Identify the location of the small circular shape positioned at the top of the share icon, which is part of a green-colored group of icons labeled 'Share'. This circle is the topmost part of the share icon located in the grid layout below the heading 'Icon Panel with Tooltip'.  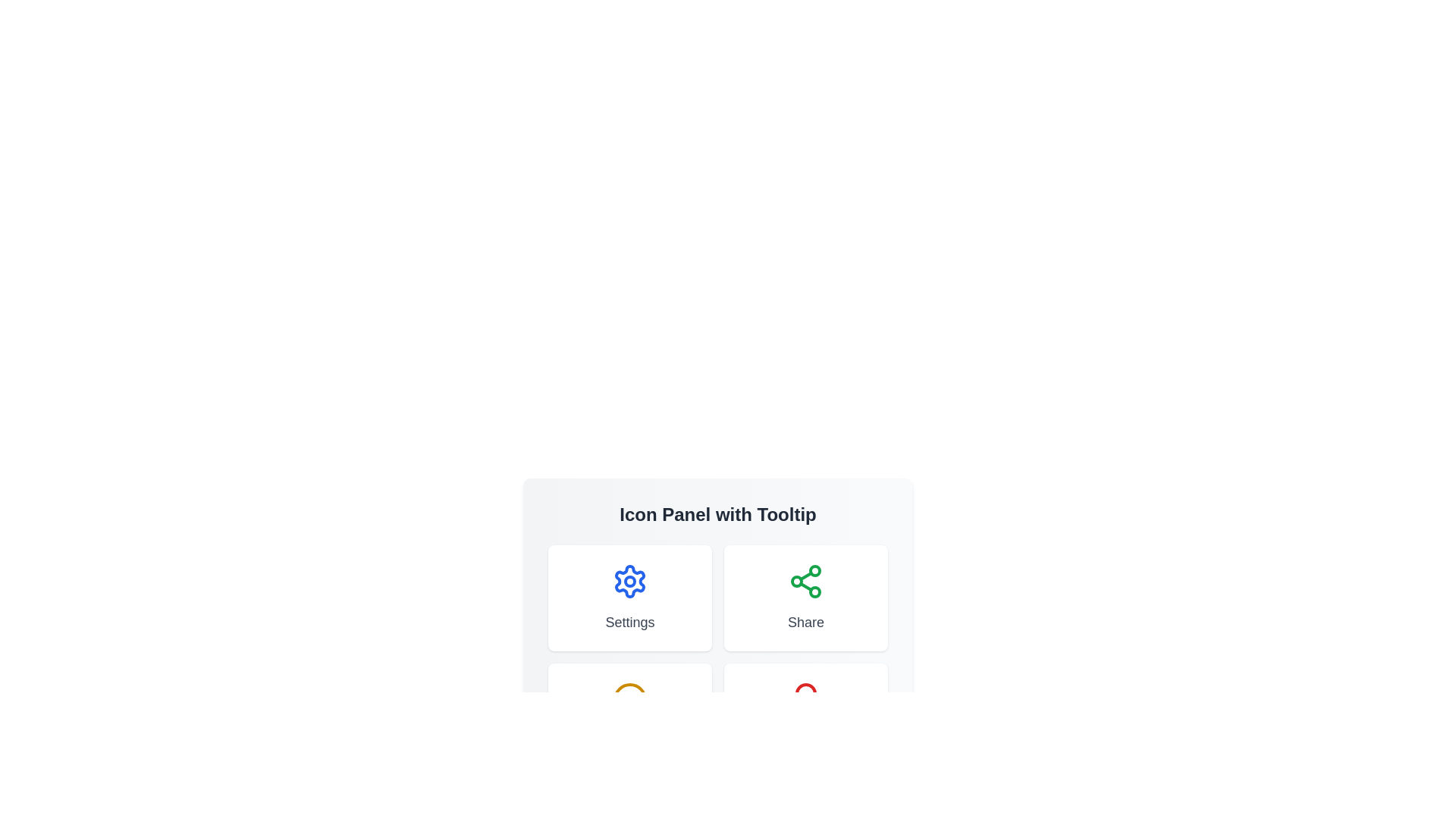
(814, 570).